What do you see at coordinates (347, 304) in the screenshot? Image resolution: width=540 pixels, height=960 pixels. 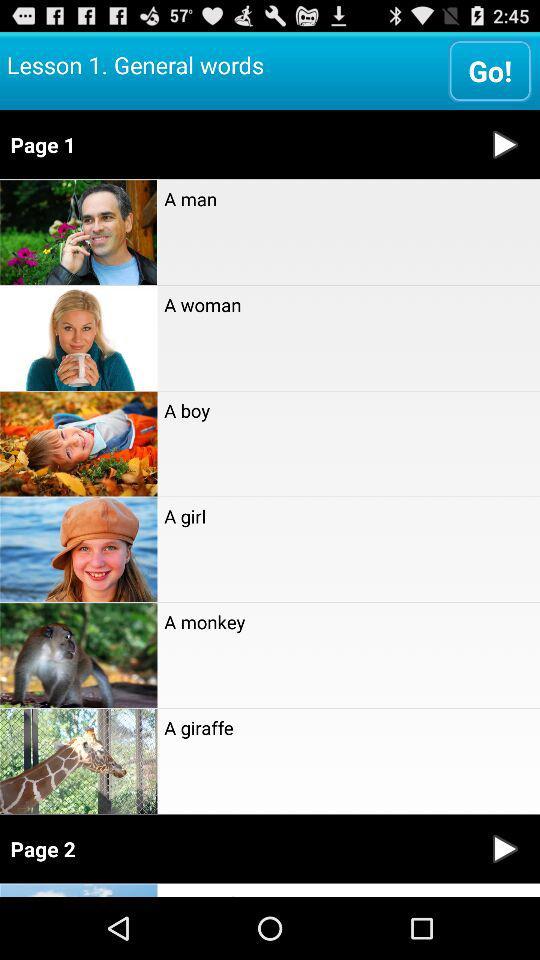 I see `the a woman item` at bounding box center [347, 304].